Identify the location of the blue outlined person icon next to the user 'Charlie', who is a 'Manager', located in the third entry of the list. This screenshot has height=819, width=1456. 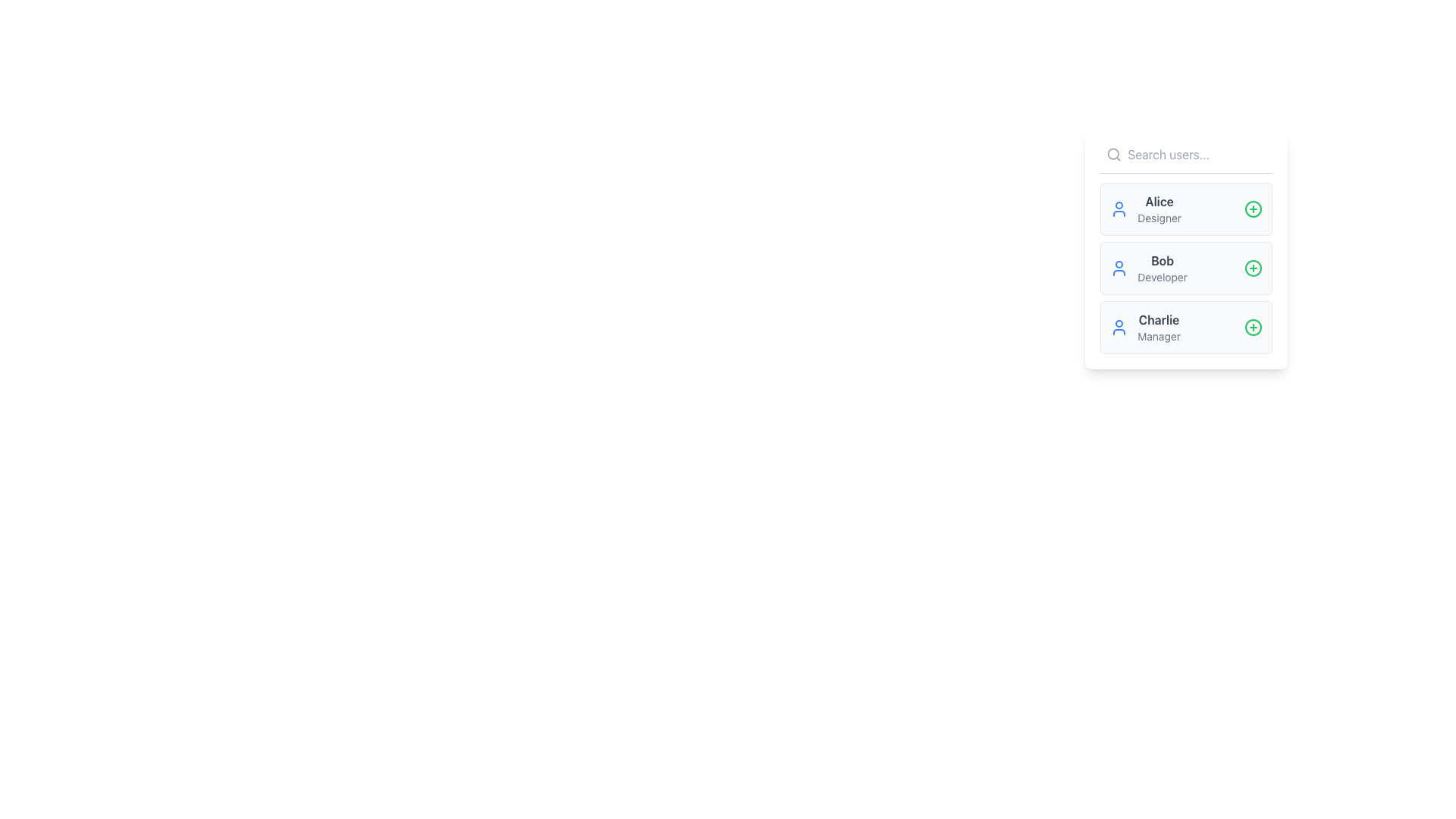
(1119, 327).